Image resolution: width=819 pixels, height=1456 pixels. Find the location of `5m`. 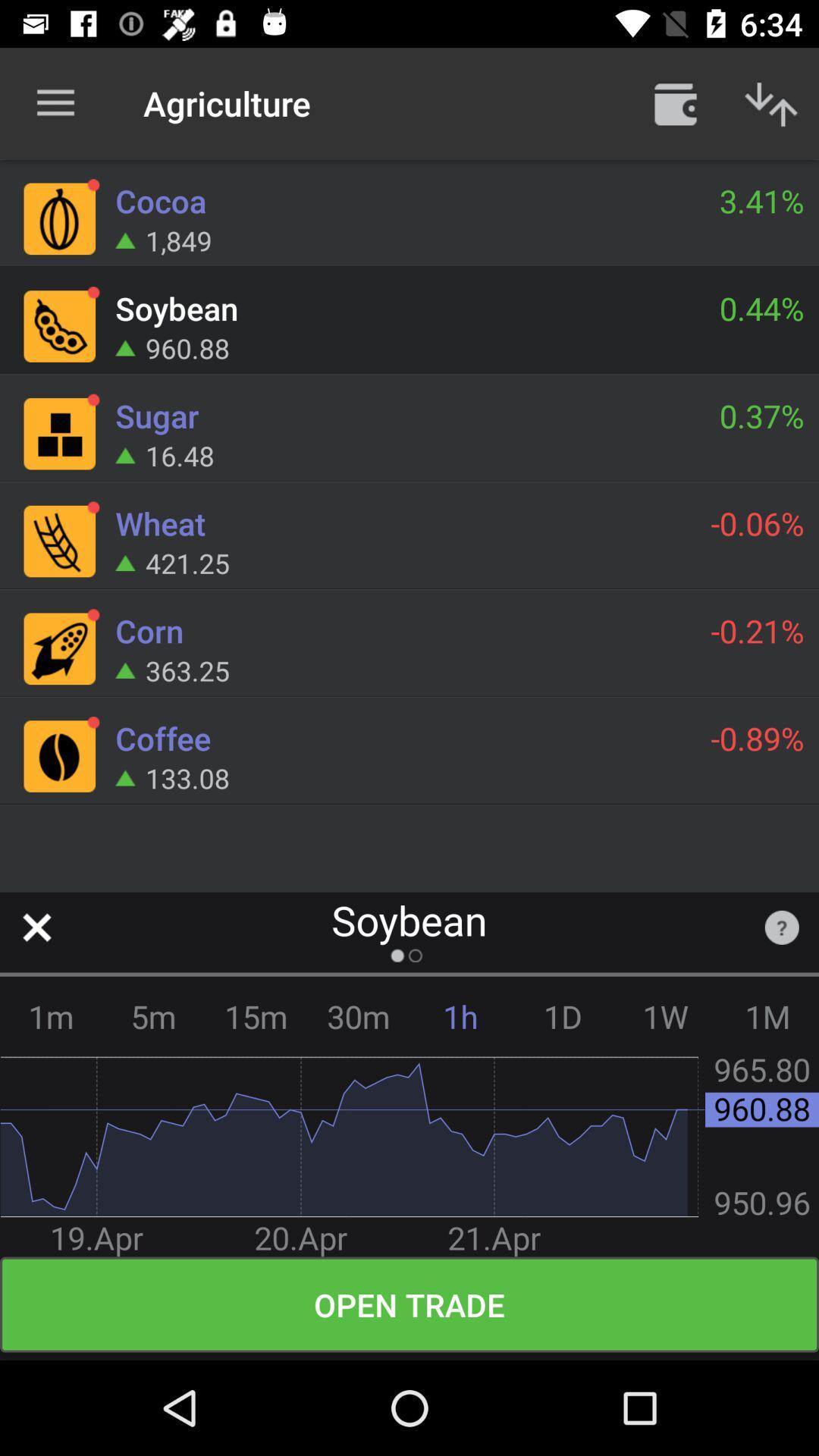

5m is located at coordinates (153, 1016).